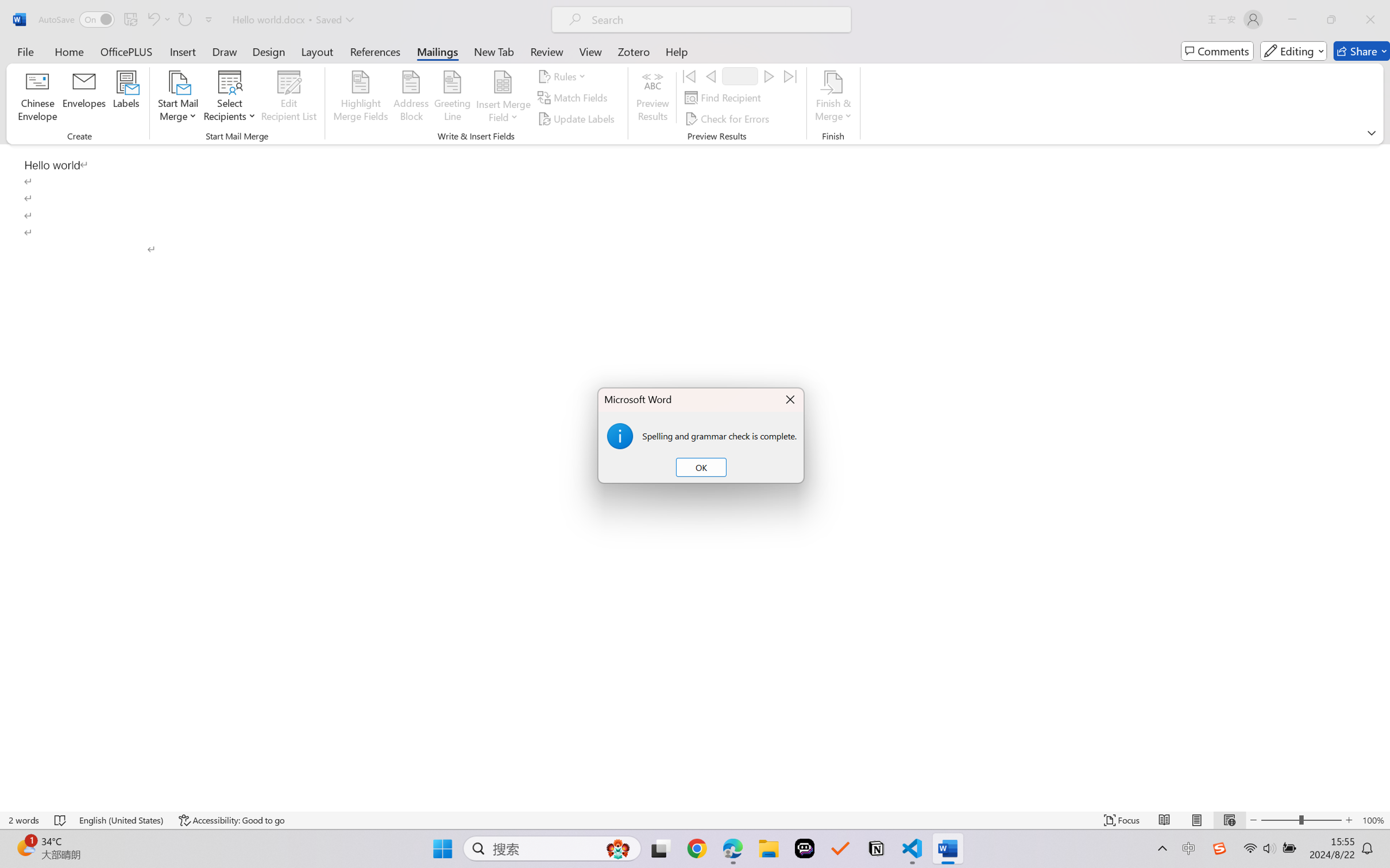  I want to click on 'Zoom Out', so click(1279, 820).